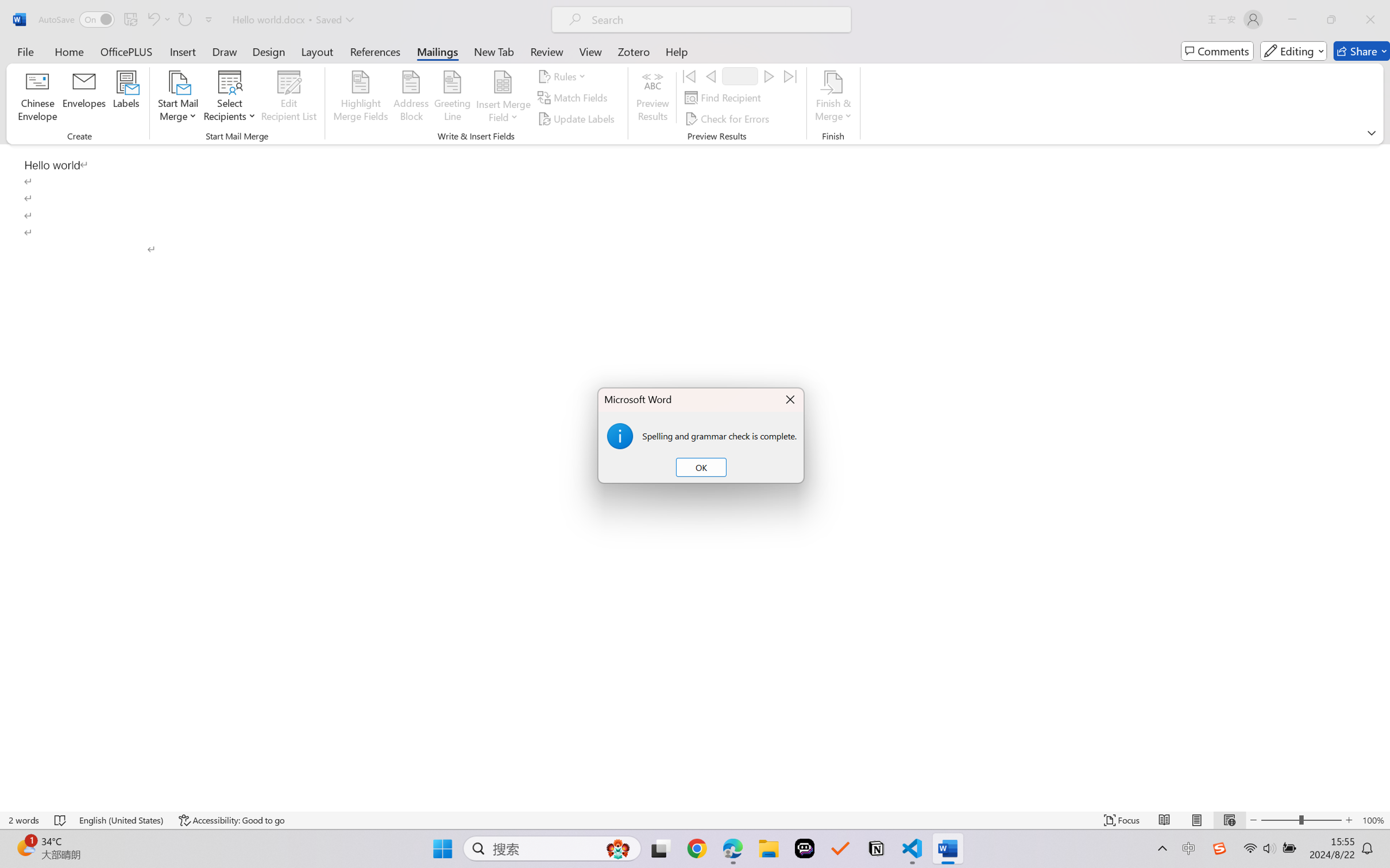  I want to click on 'Zoom Out', so click(1279, 820).